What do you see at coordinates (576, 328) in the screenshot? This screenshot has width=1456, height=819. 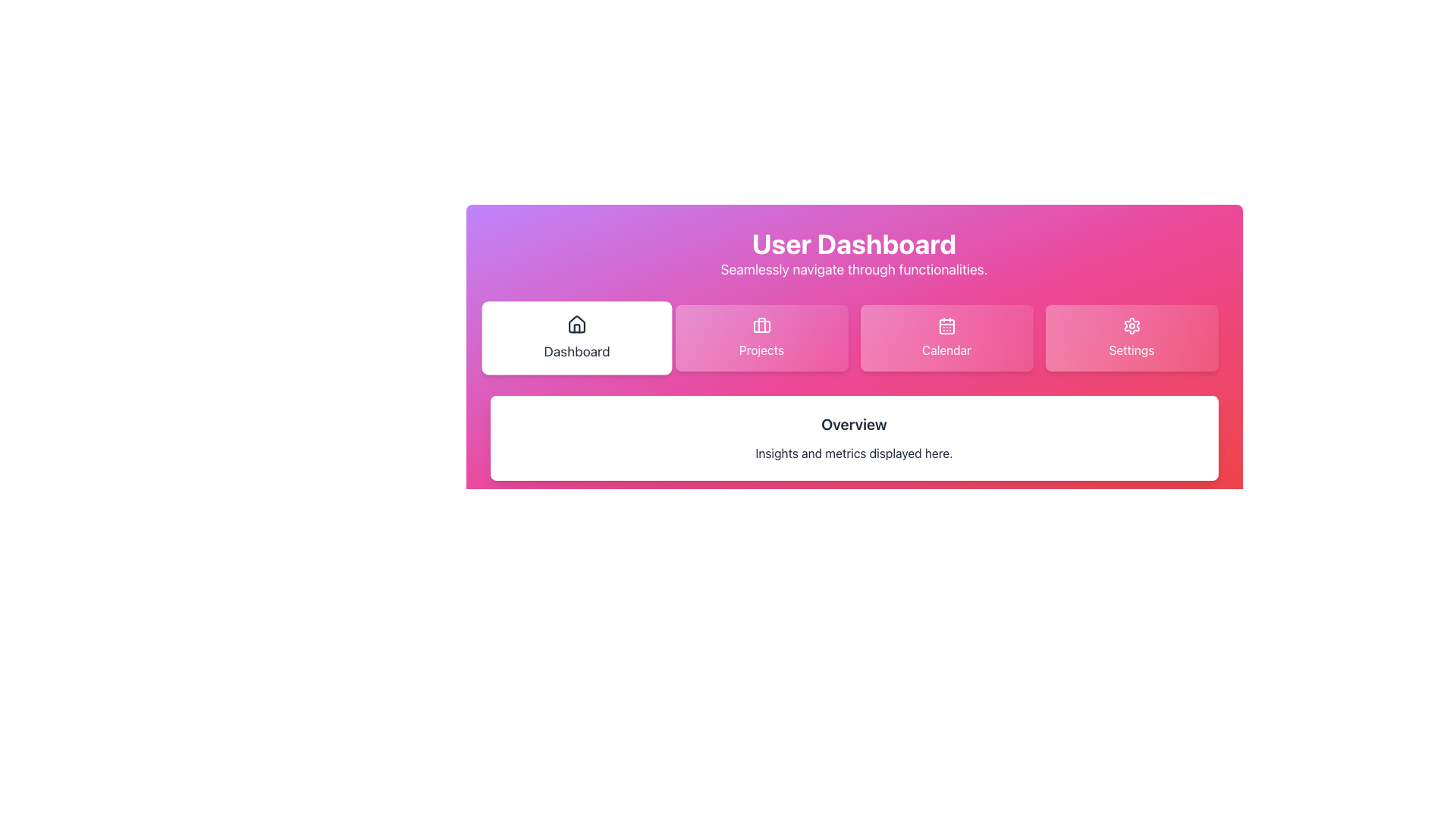 I see `the central vertical line of the house icon, which represents the door` at bounding box center [576, 328].